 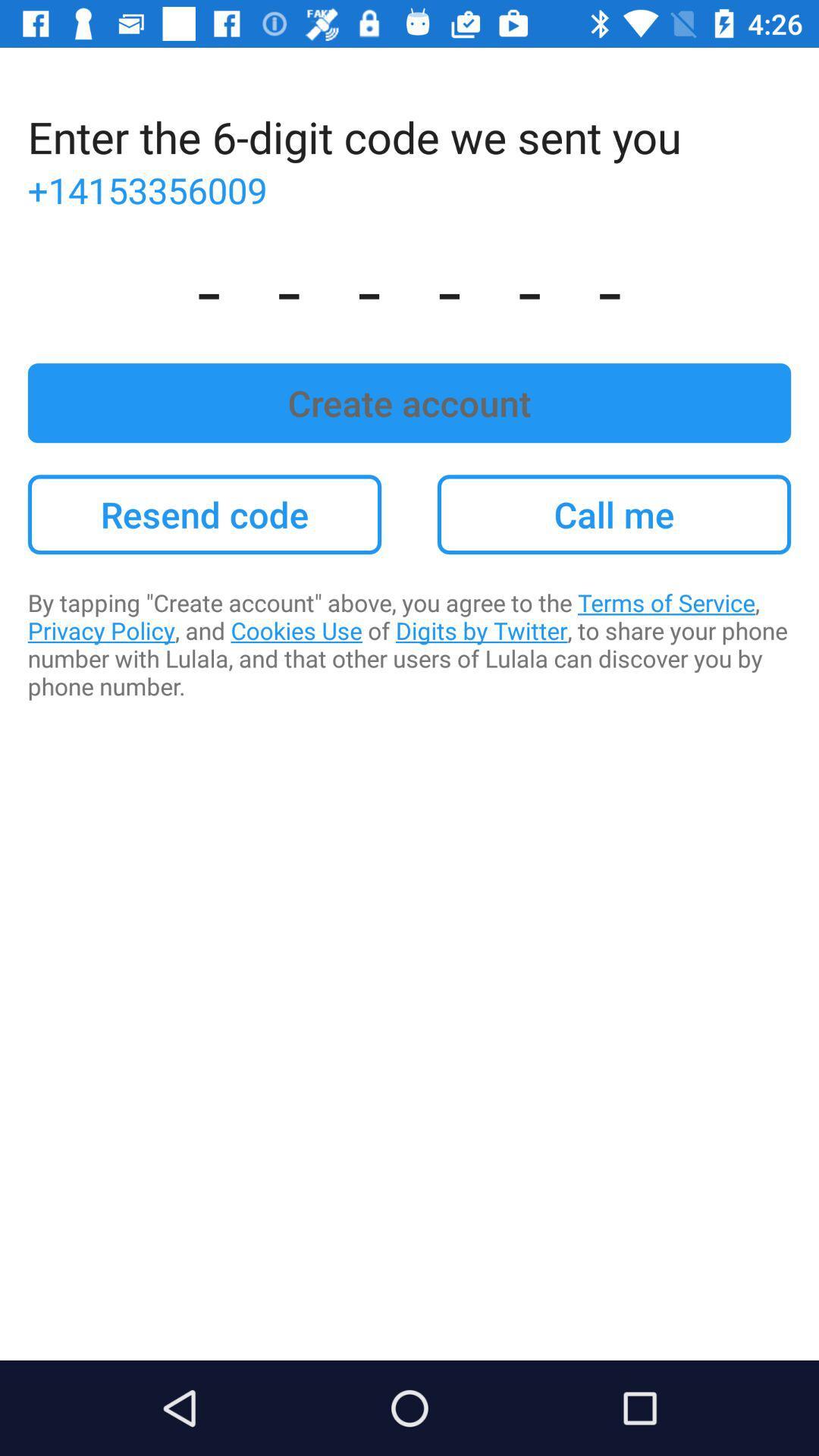 What do you see at coordinates (409, 189) in the screenshot?
I see `the icon above - - - - - -` at bounding box center [409, 189].